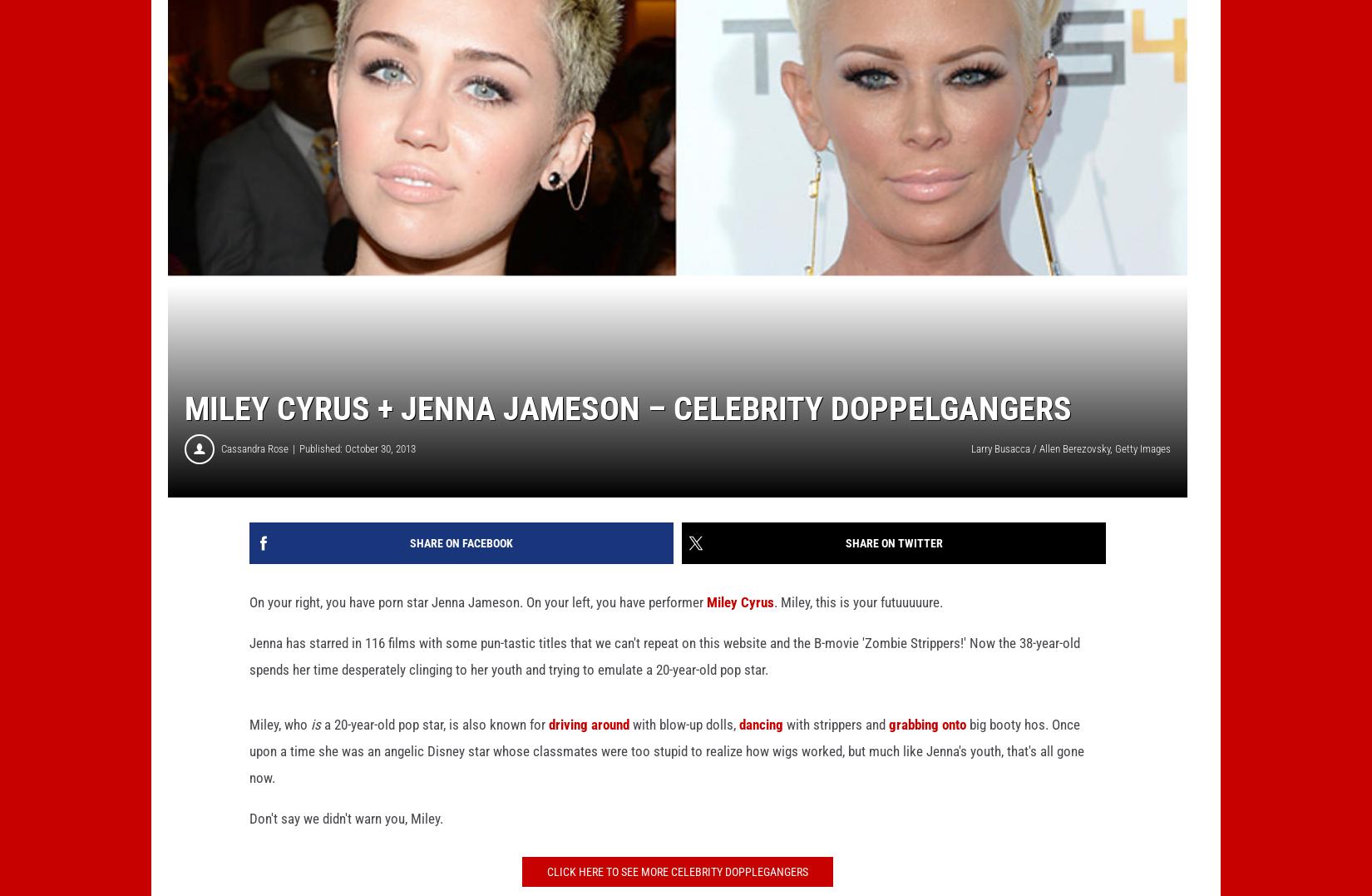 The width and height of the screenshot is (1372, 896). Describe the element at coordinates (666, 777) in the screenshot. I see `'big booty hos. Once upon a time she was an angelic Disney star whose classmates were too stupid to realize how wigs worked, but much like Jenna's youth, that's all gone now.'` at that location.